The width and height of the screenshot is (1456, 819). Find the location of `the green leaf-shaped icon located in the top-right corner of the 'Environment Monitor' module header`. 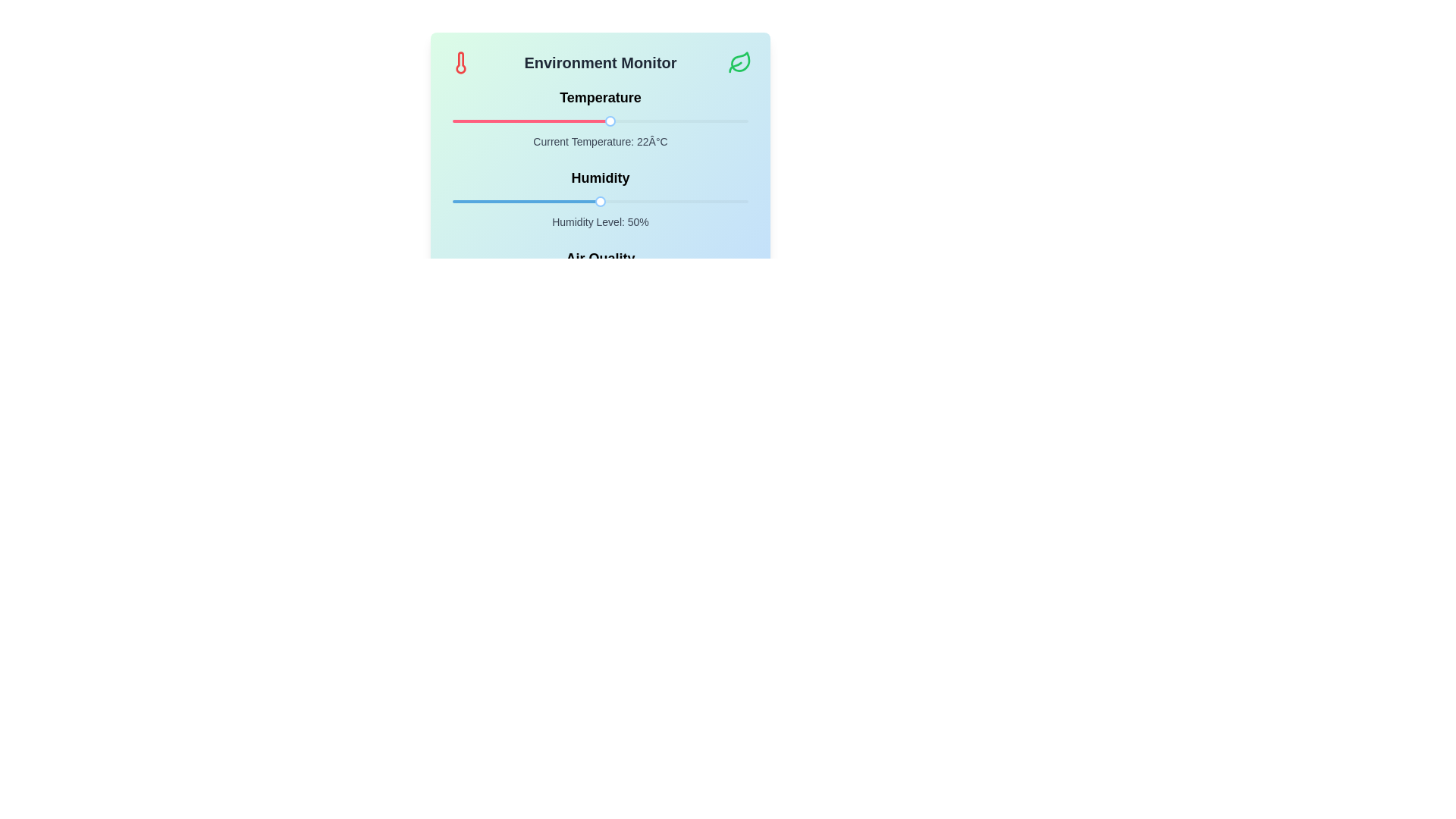

the green leaf-shaped icon located in the top-right corner of the 'Environment Monitor' module header is located at coordinates (739, 62).